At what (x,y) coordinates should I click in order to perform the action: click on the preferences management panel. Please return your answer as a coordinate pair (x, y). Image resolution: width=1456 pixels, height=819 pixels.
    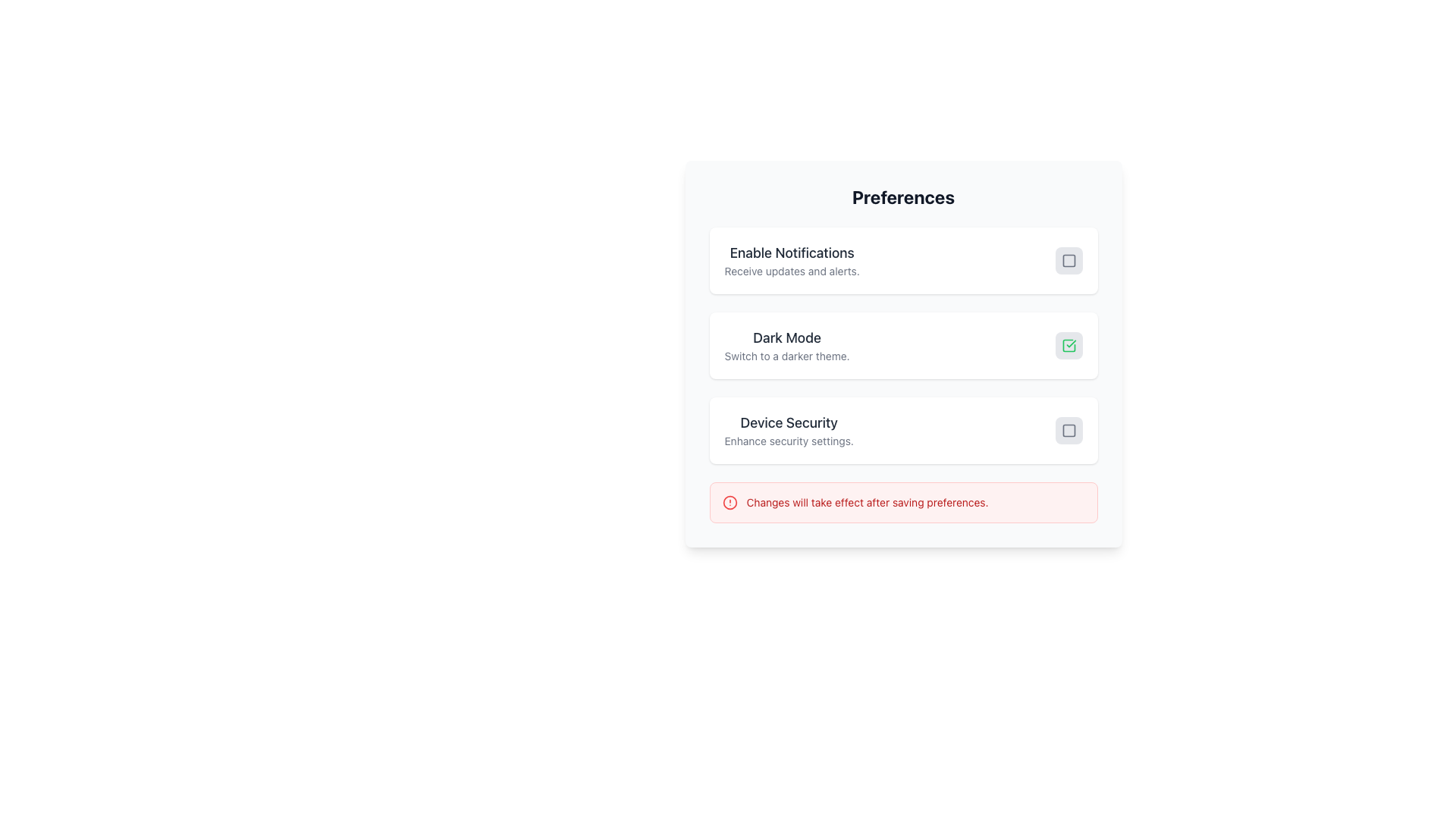
    Looking at the image, I should click on (903, 353).